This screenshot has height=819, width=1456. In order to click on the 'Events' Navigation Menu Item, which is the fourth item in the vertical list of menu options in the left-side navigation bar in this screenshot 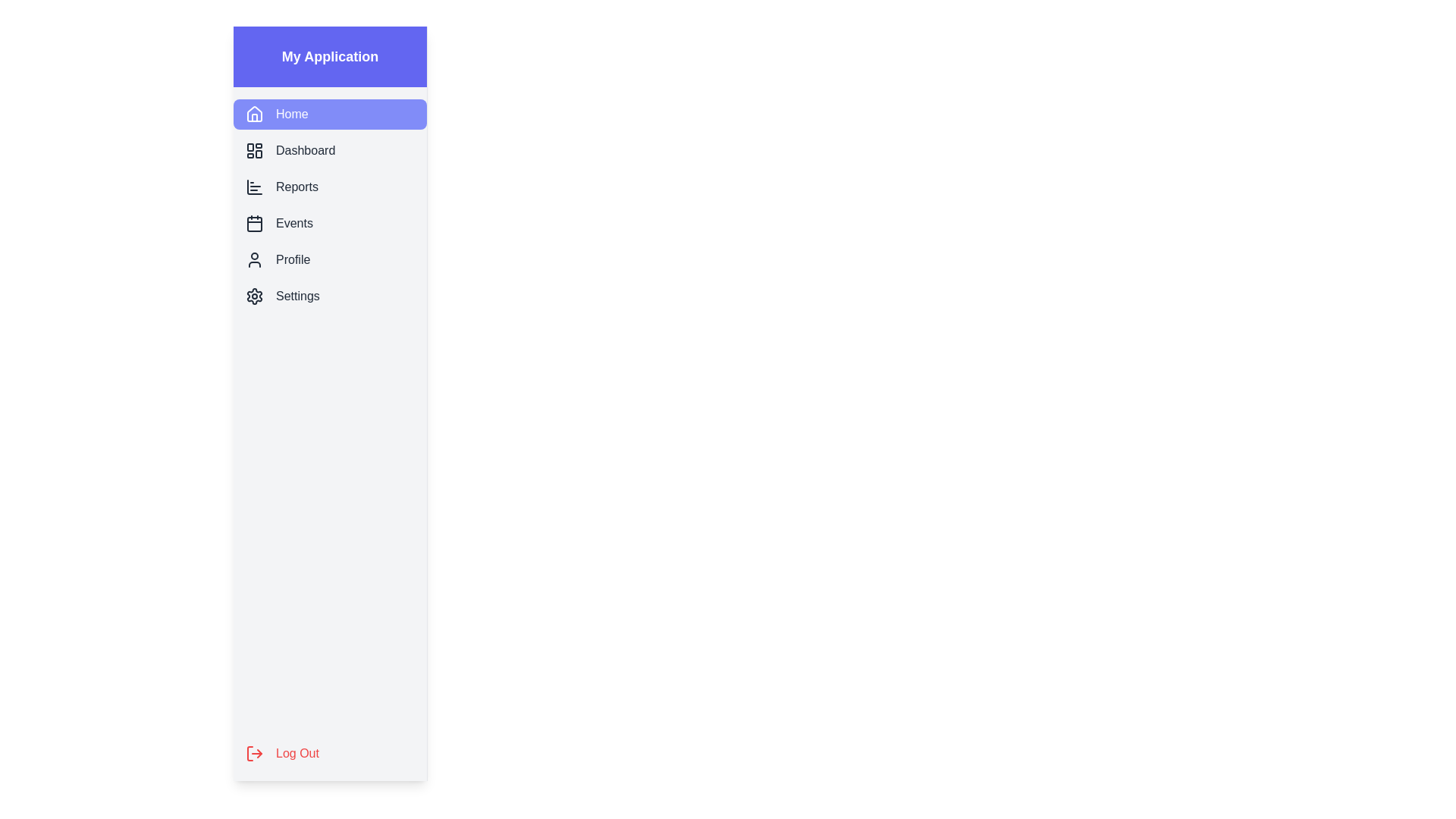, I will do `click(329, 223)`.